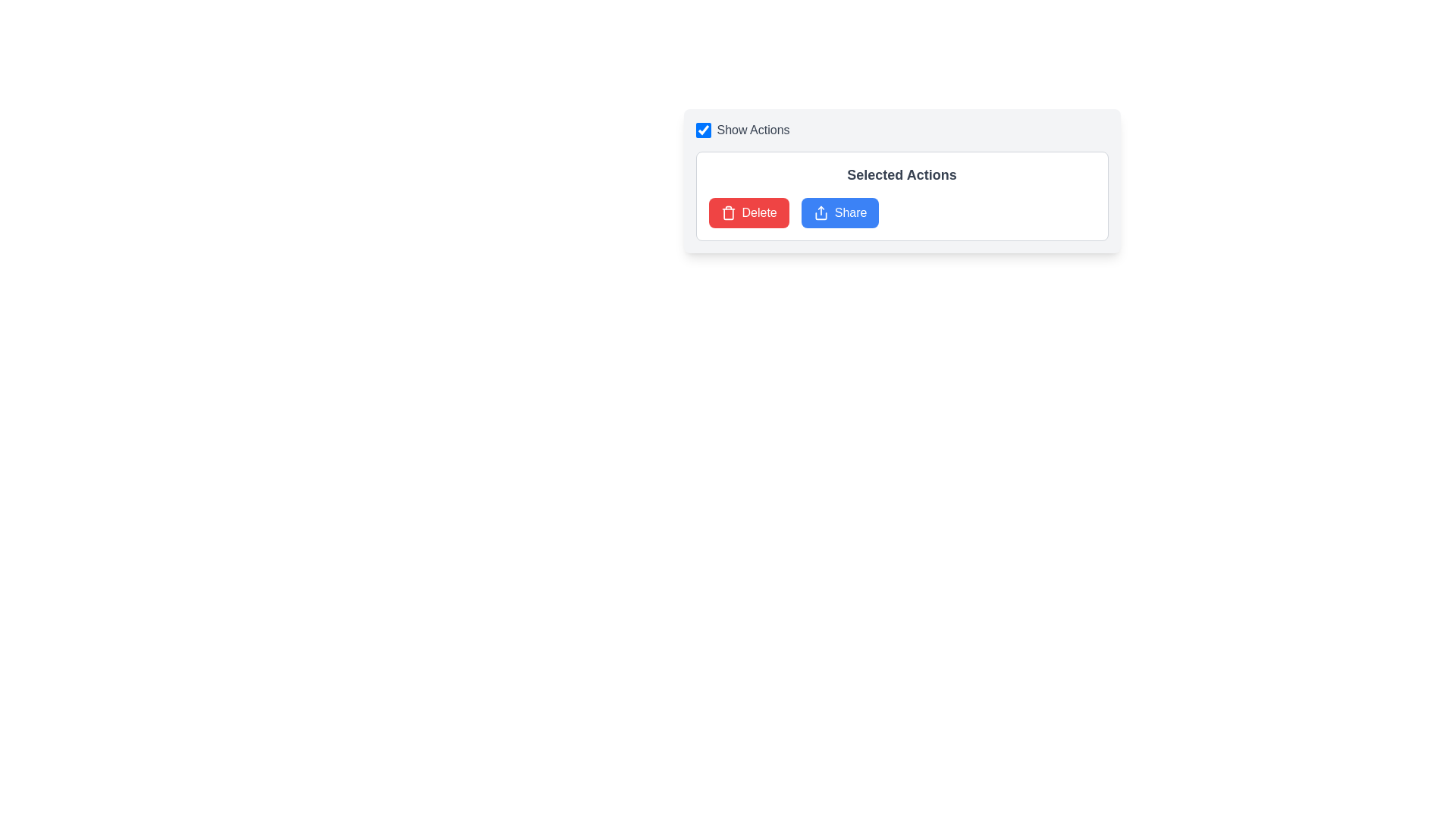 This screenshot has height=819, width=1456. Describe the element at coordinates (820, 213) in the screenshot. I see `the SVG share icon located within the blue button labeled 'Share', positioned to the left of the text 'Share'` at that location.